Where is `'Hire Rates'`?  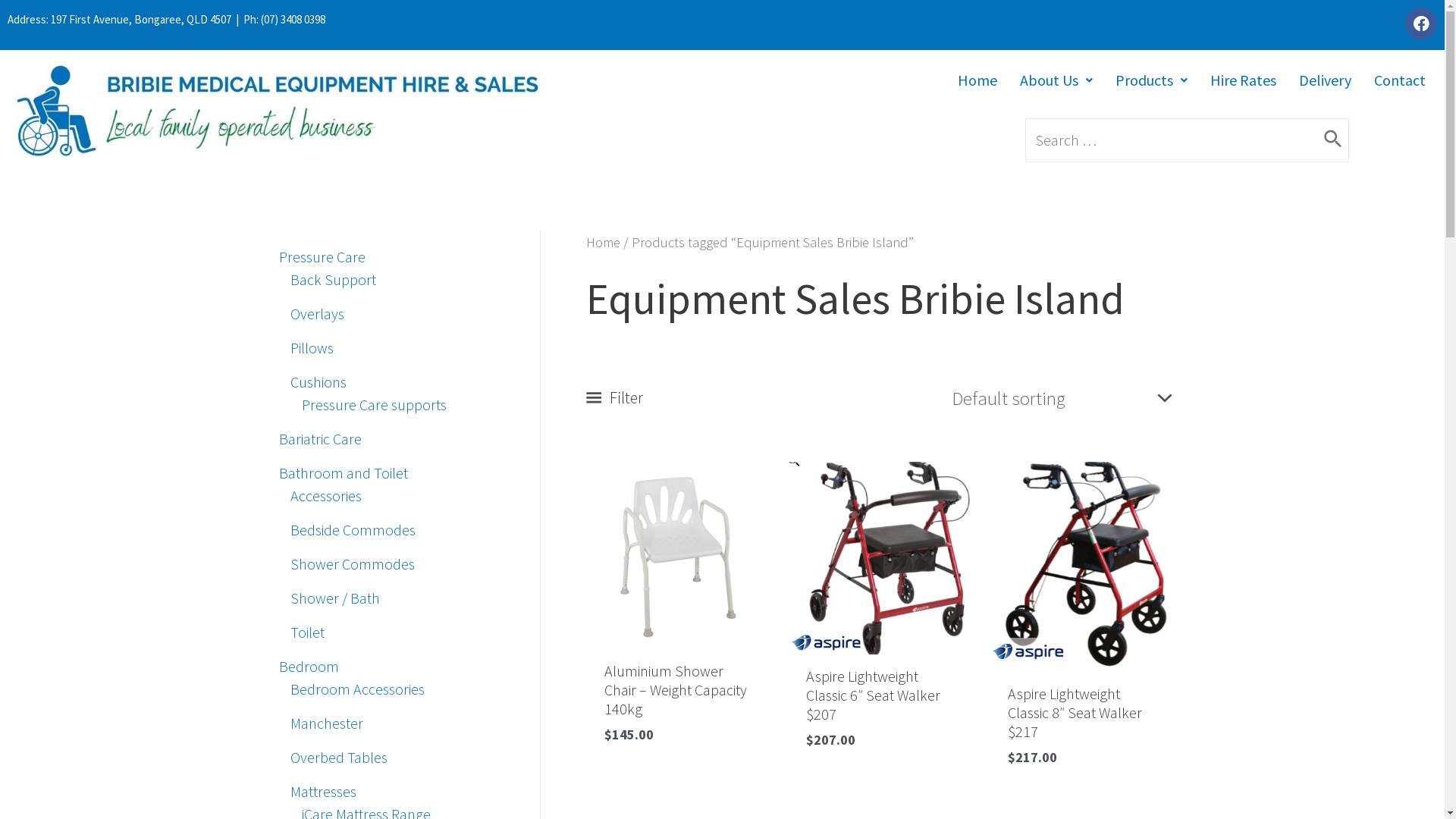 'Hire Rates' is located at coordinates (1197, 80).